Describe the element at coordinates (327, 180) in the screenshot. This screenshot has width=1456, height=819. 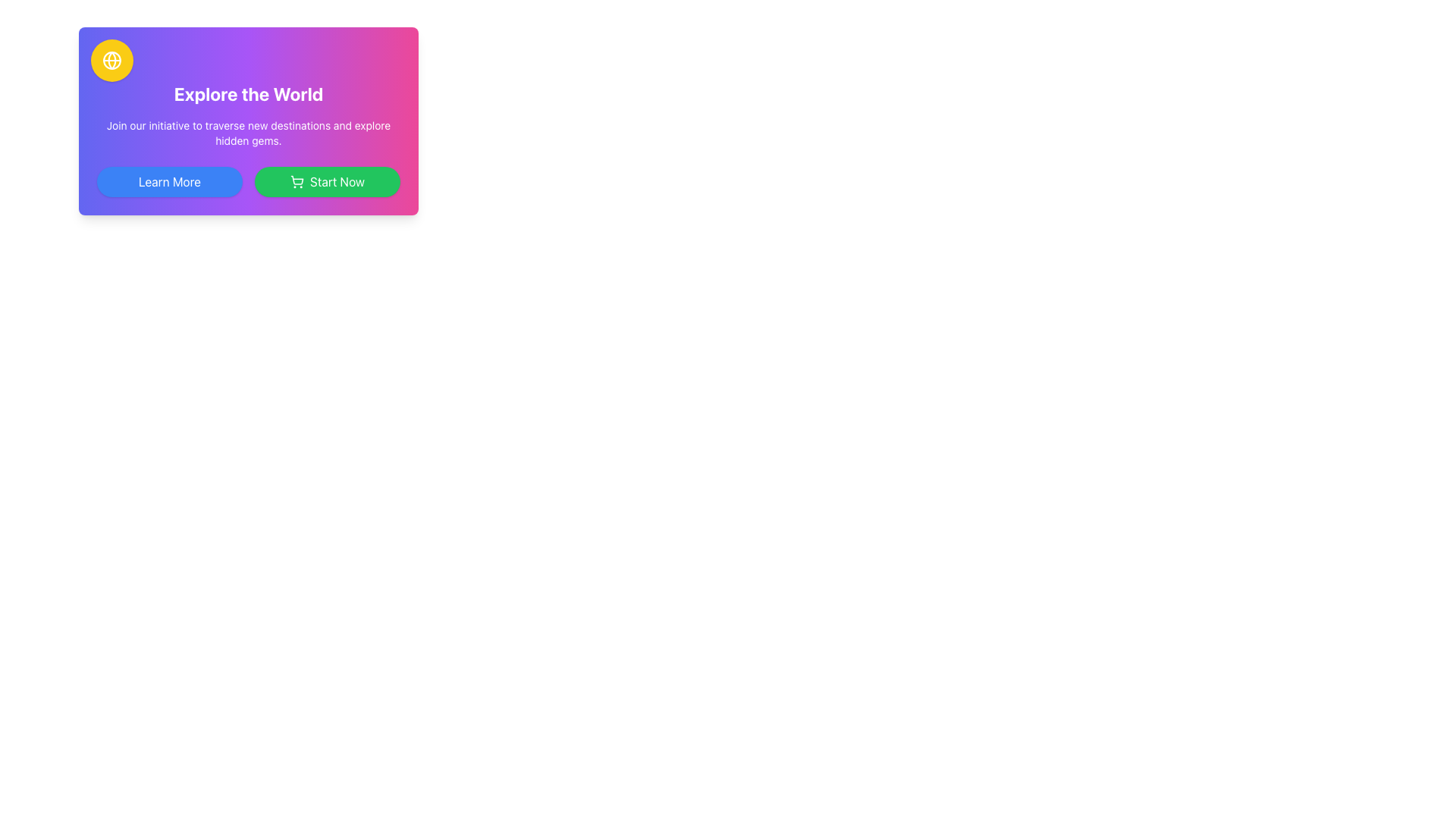
I see `the call-to-action button located in the right-hand column of a two-column grid layout to observe its hover effects` at that location.